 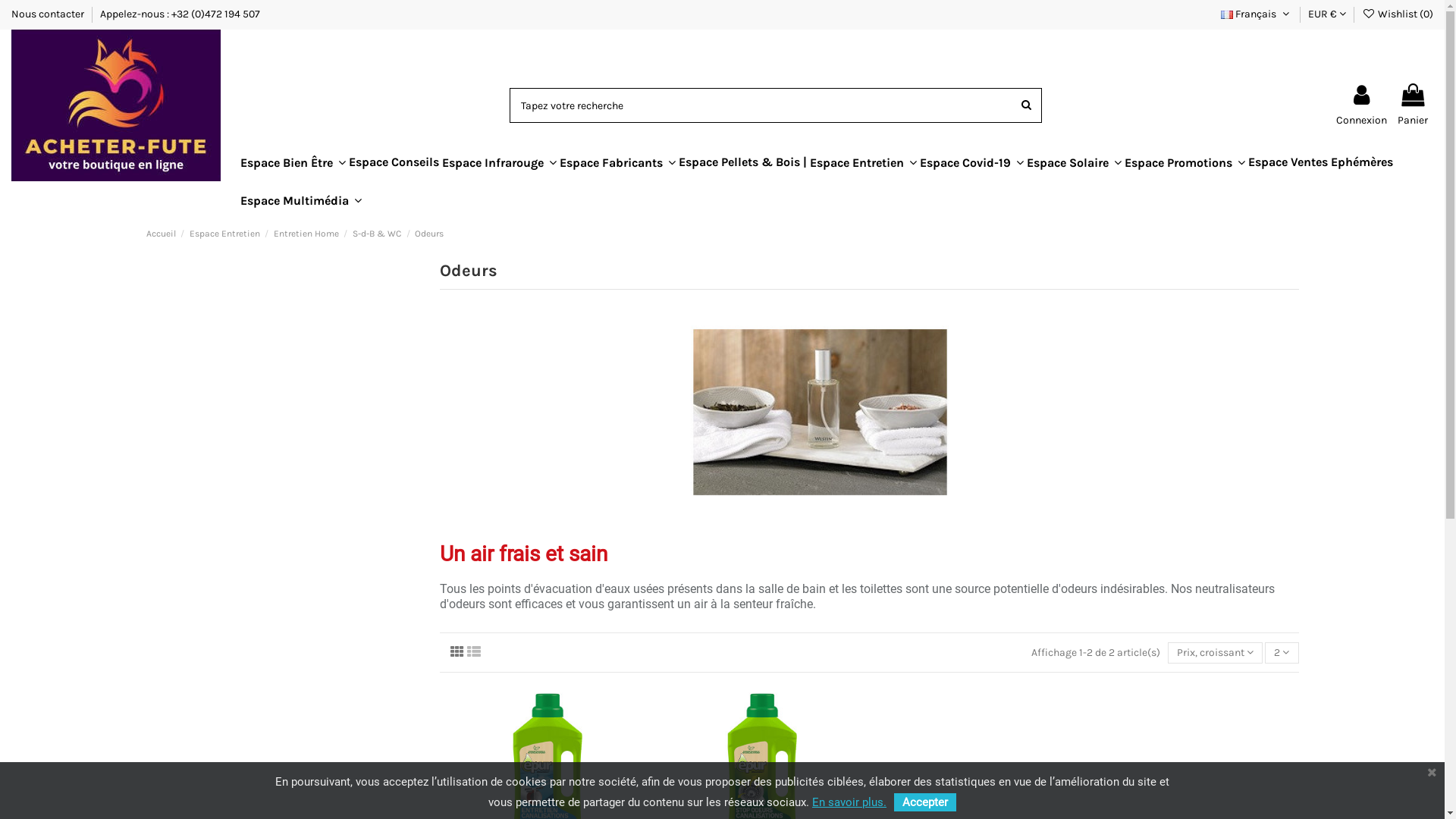 I want to click on 'Espace Covid-19', so click(x=917, y=162).